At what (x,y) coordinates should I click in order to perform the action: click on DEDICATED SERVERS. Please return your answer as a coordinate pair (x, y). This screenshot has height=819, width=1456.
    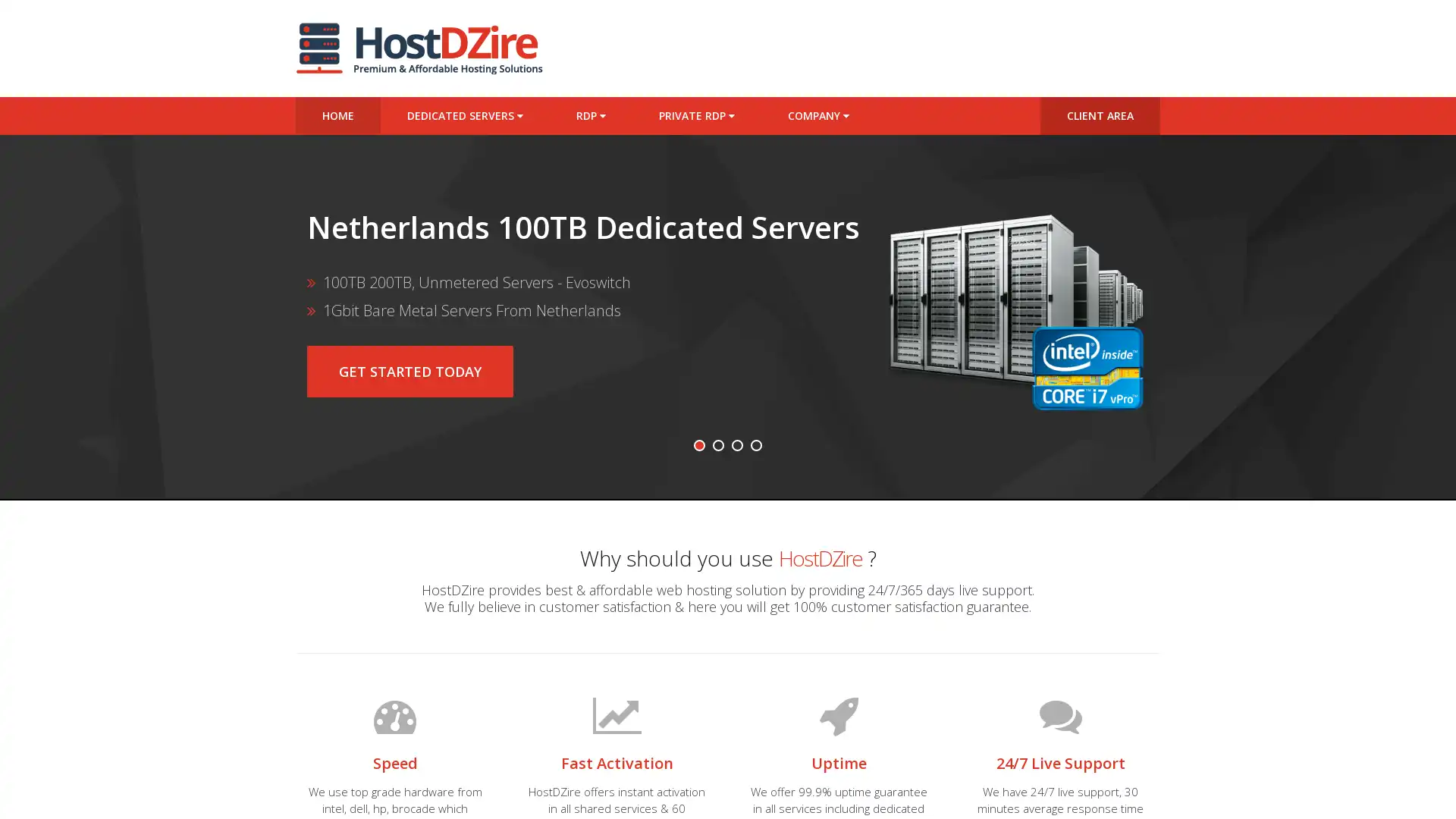
    Looking at the image, I should click on (464, 115).